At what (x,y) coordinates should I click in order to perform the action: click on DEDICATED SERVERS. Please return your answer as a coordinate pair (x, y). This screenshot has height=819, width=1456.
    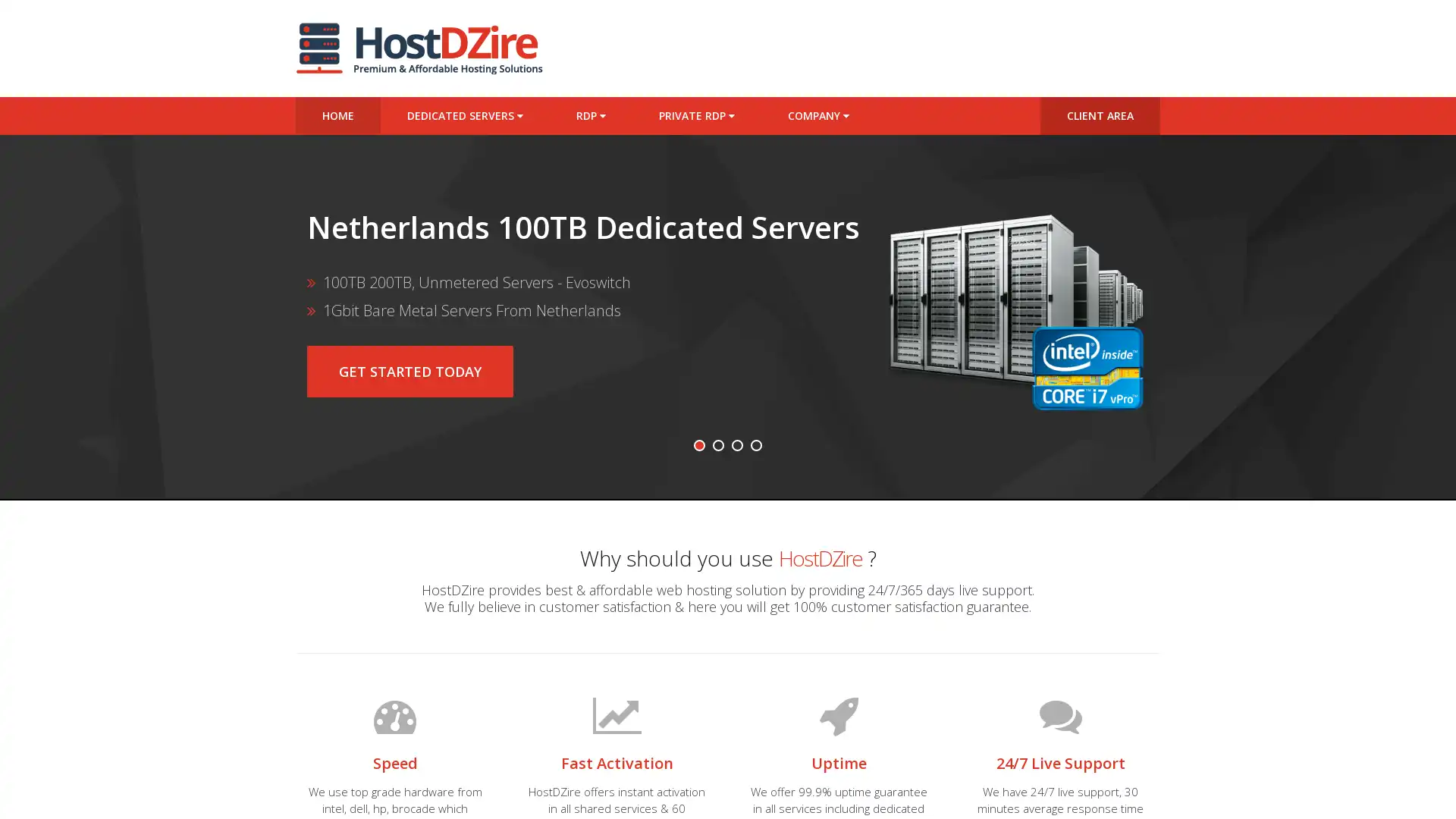
    Looking at the image, I should click on (464, 115).